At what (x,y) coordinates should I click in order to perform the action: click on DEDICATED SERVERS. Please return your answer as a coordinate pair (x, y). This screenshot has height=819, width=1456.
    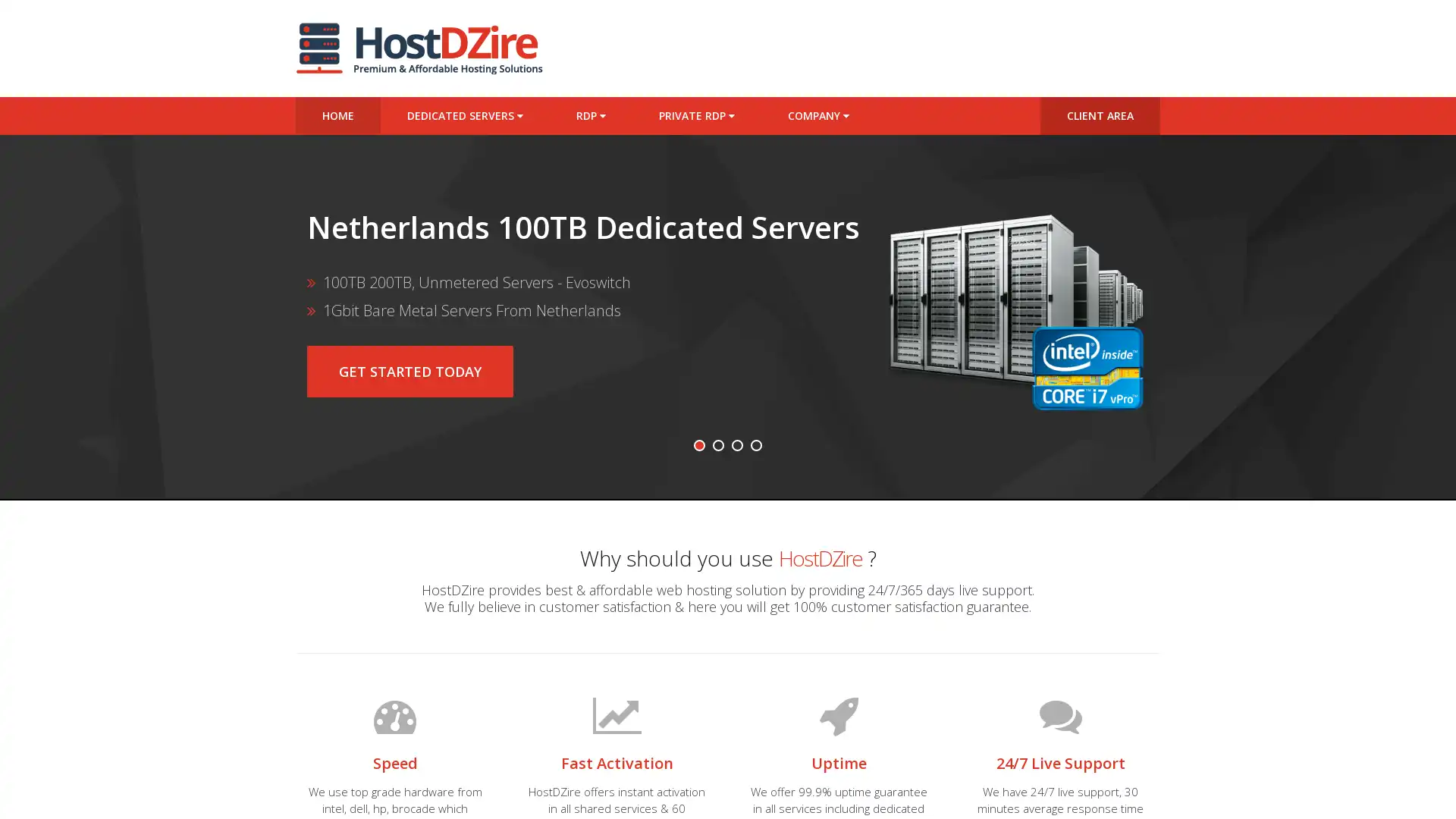
    Looking at the image, I should click on (464, 115).